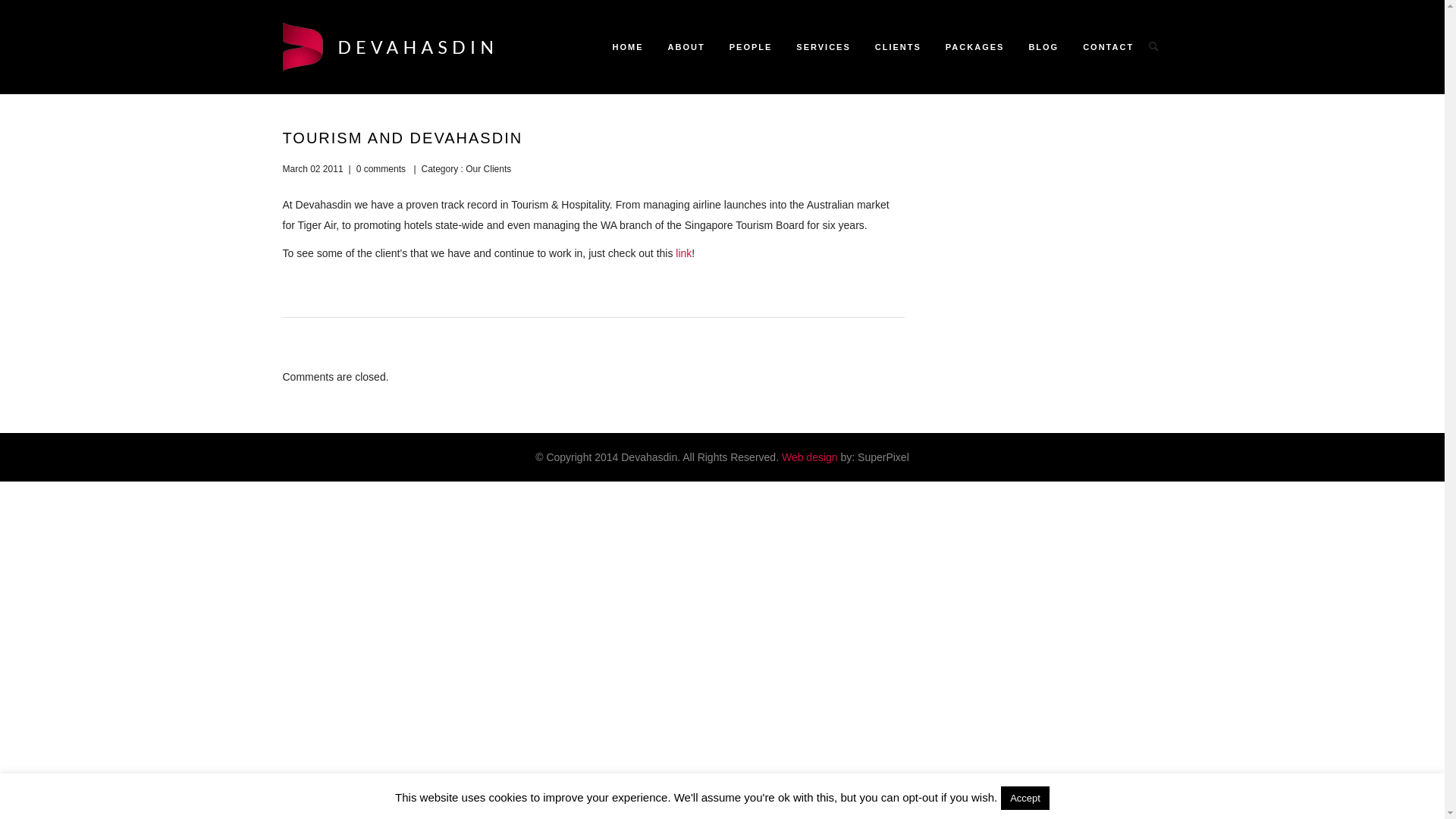  What do you see at coordinates (822, 45) in the screenshot?
I see `'SERVICES'` at bounding box center [822, 45].